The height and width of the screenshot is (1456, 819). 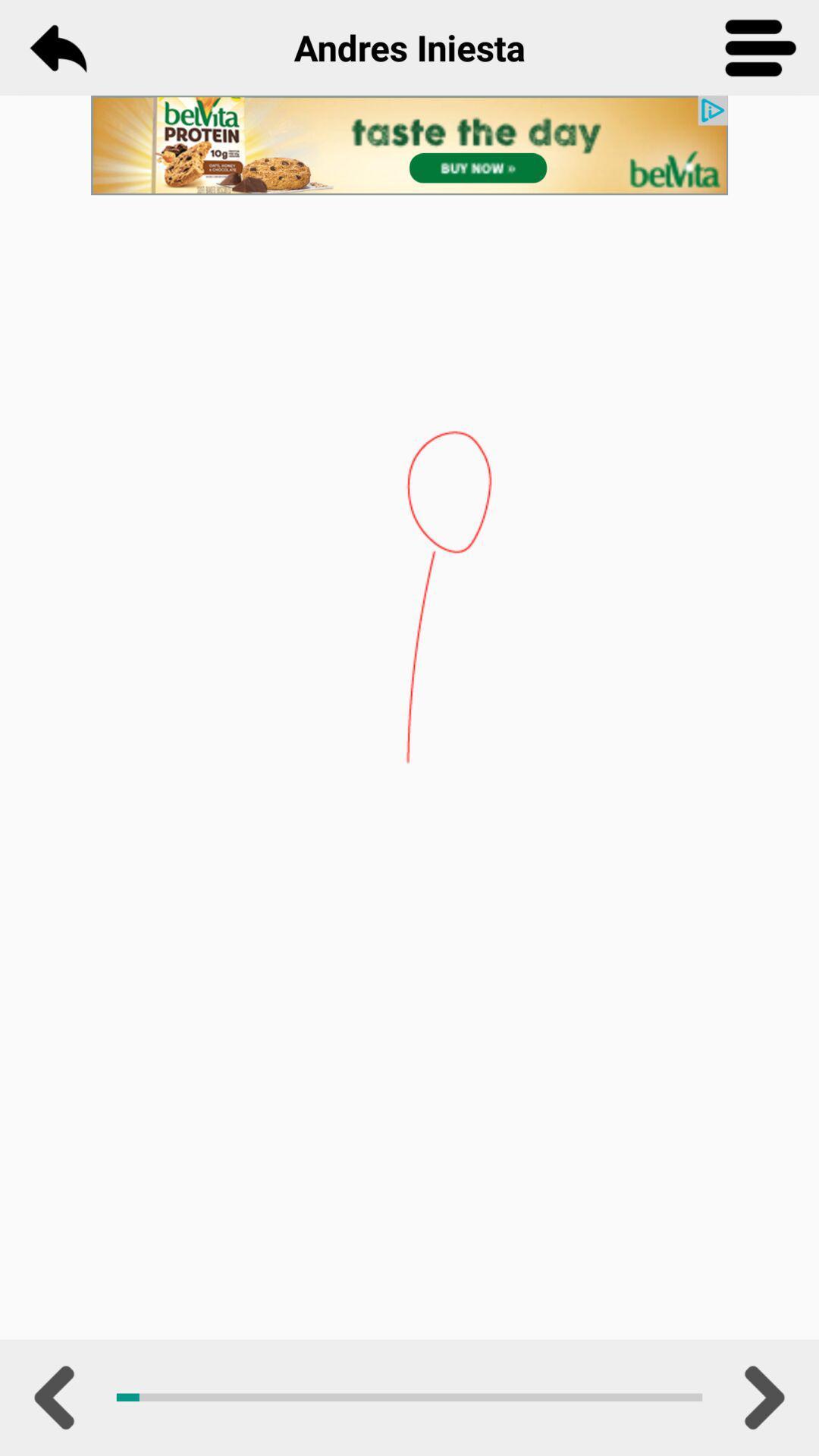 What do you see at coordinates (57, 47) in the screenshot?
I see `goto back` at bounding box center [57, 47].